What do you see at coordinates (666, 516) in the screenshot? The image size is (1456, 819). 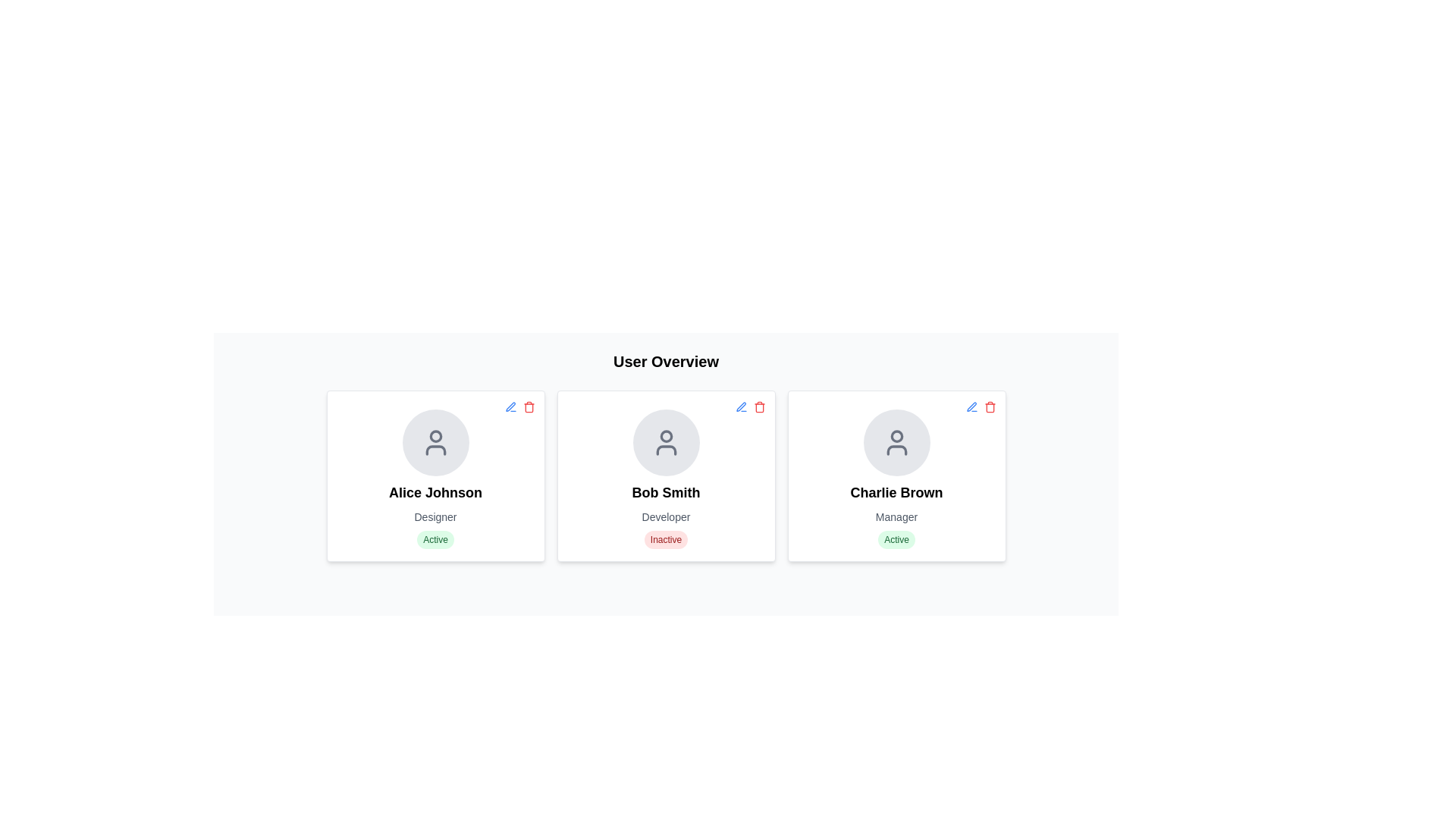 I see `the text element displaying 'Developer', which is positioned below the name 'Bob Smith' in a card-like layout` at bounding box center [666, 516].